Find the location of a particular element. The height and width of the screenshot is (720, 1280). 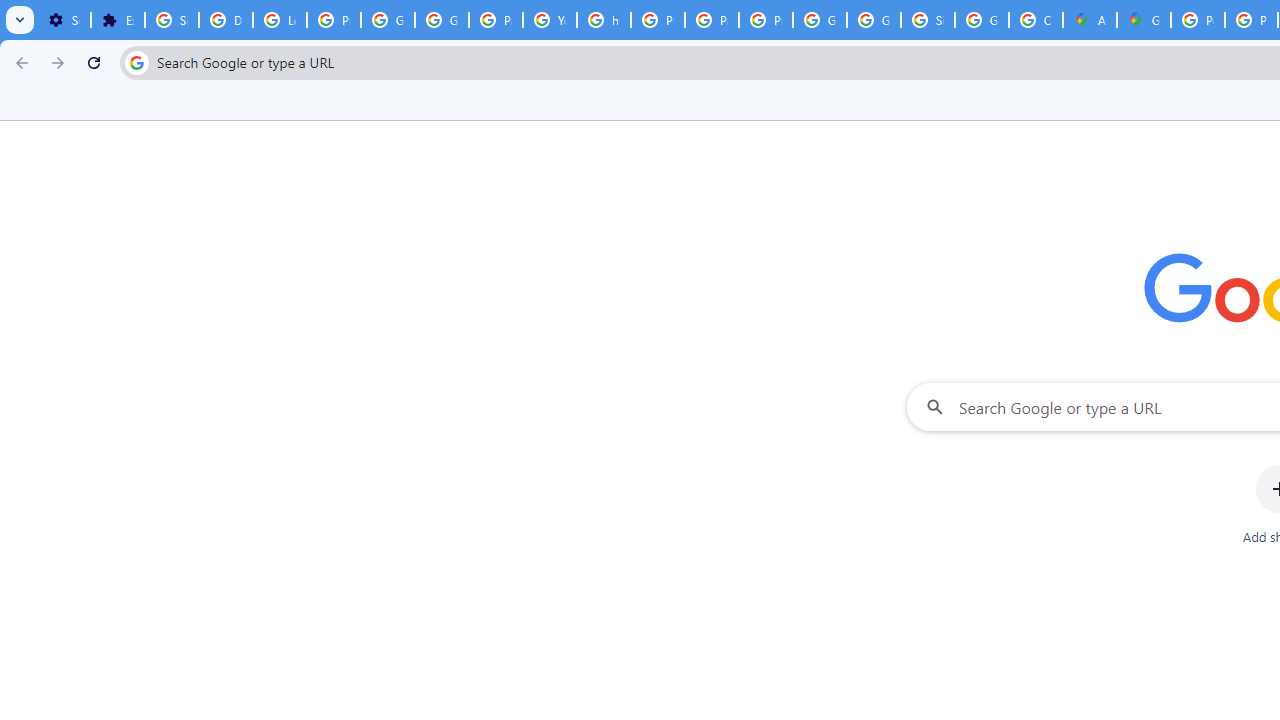

'Delete photos & videos - Computer - Google Photos Help' is located at coordinates (225, 20).